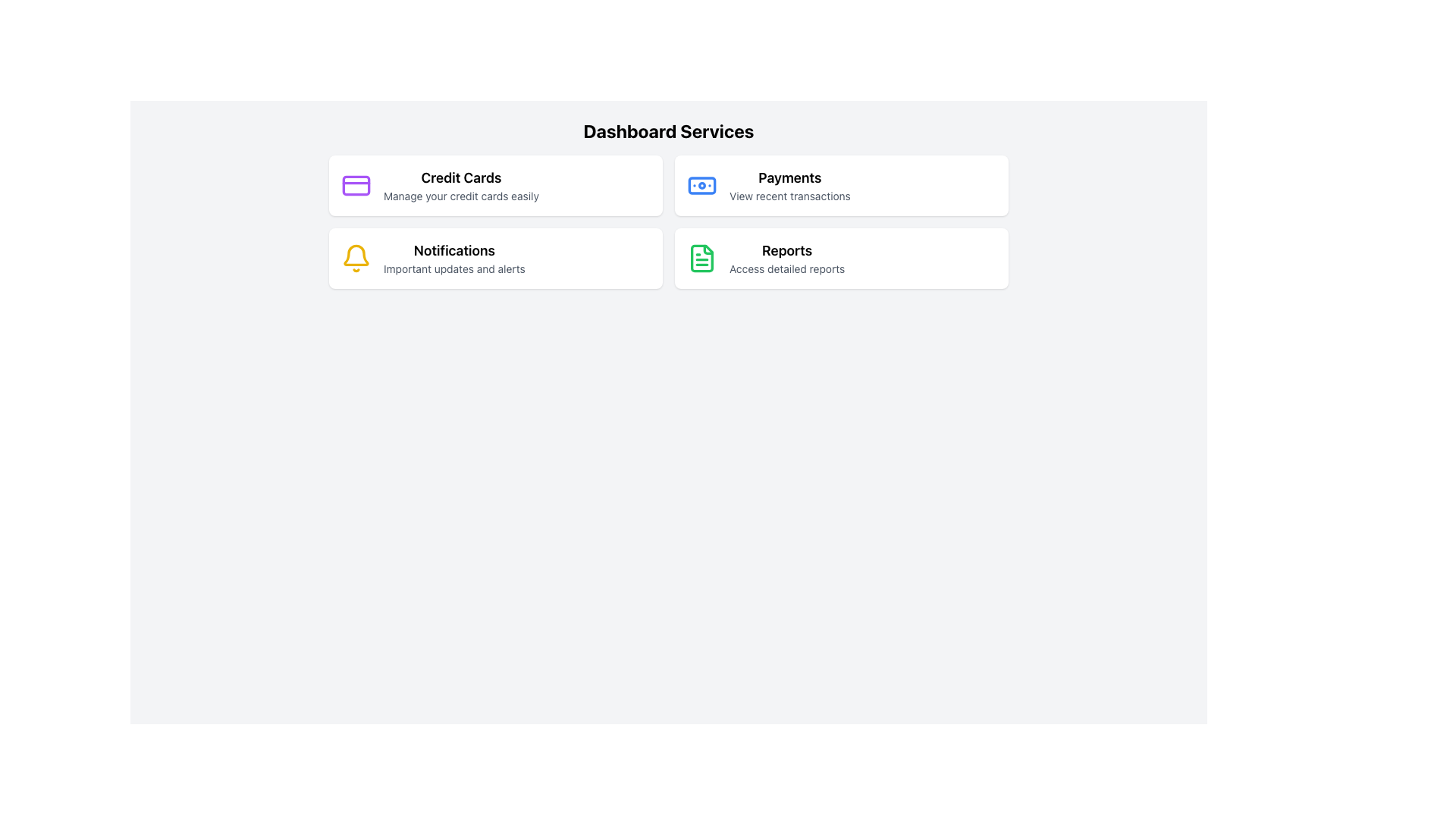  I want to click on the Text Label providing details for the 'Notifications' section of the dashboard, located in the bottom-left quadrant beneath the title text, so click(453, 268).